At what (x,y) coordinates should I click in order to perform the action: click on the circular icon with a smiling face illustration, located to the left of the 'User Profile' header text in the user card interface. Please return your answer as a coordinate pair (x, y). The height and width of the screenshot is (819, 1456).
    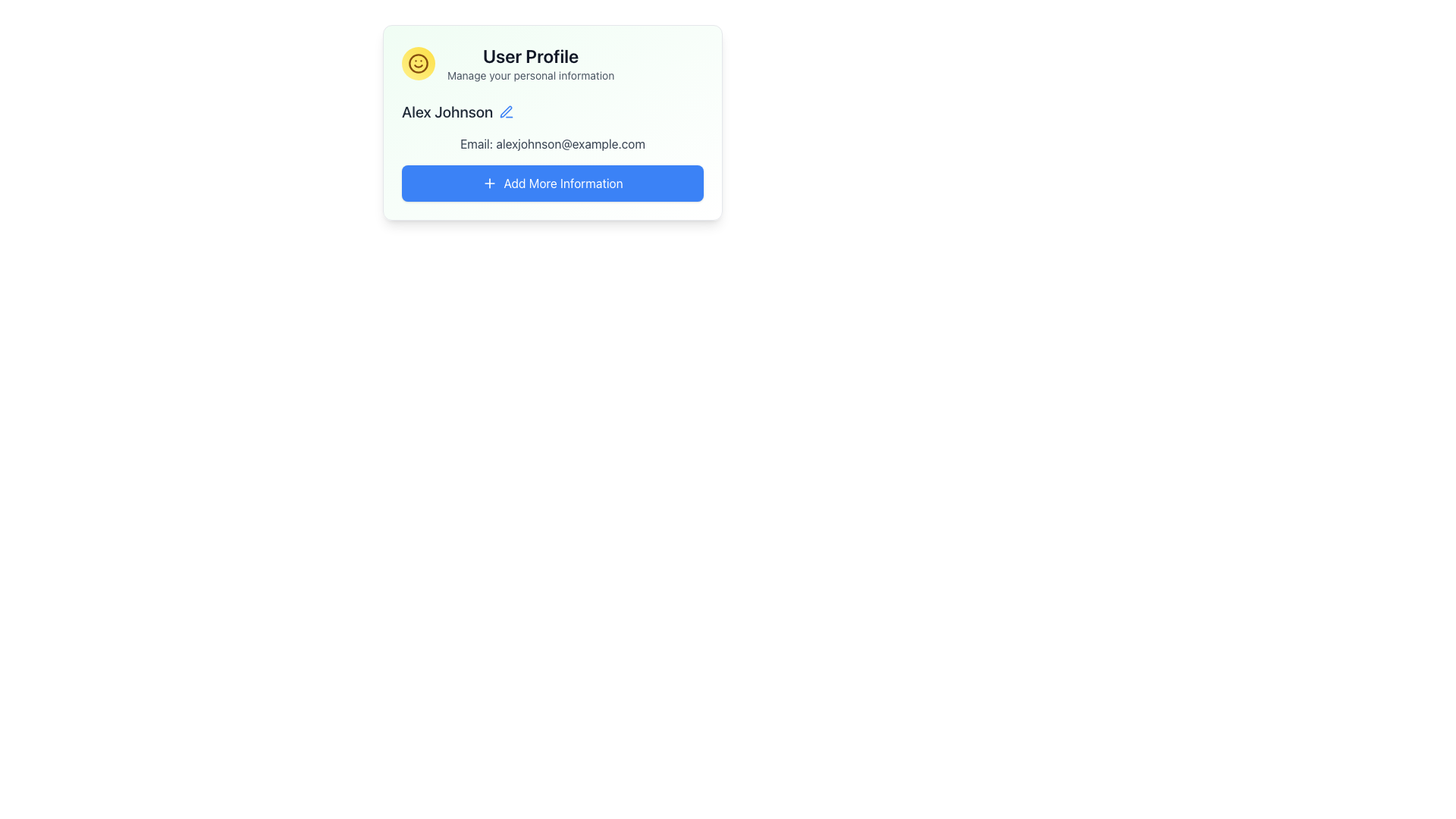
    Looking at the image, I should click on (419, 63).